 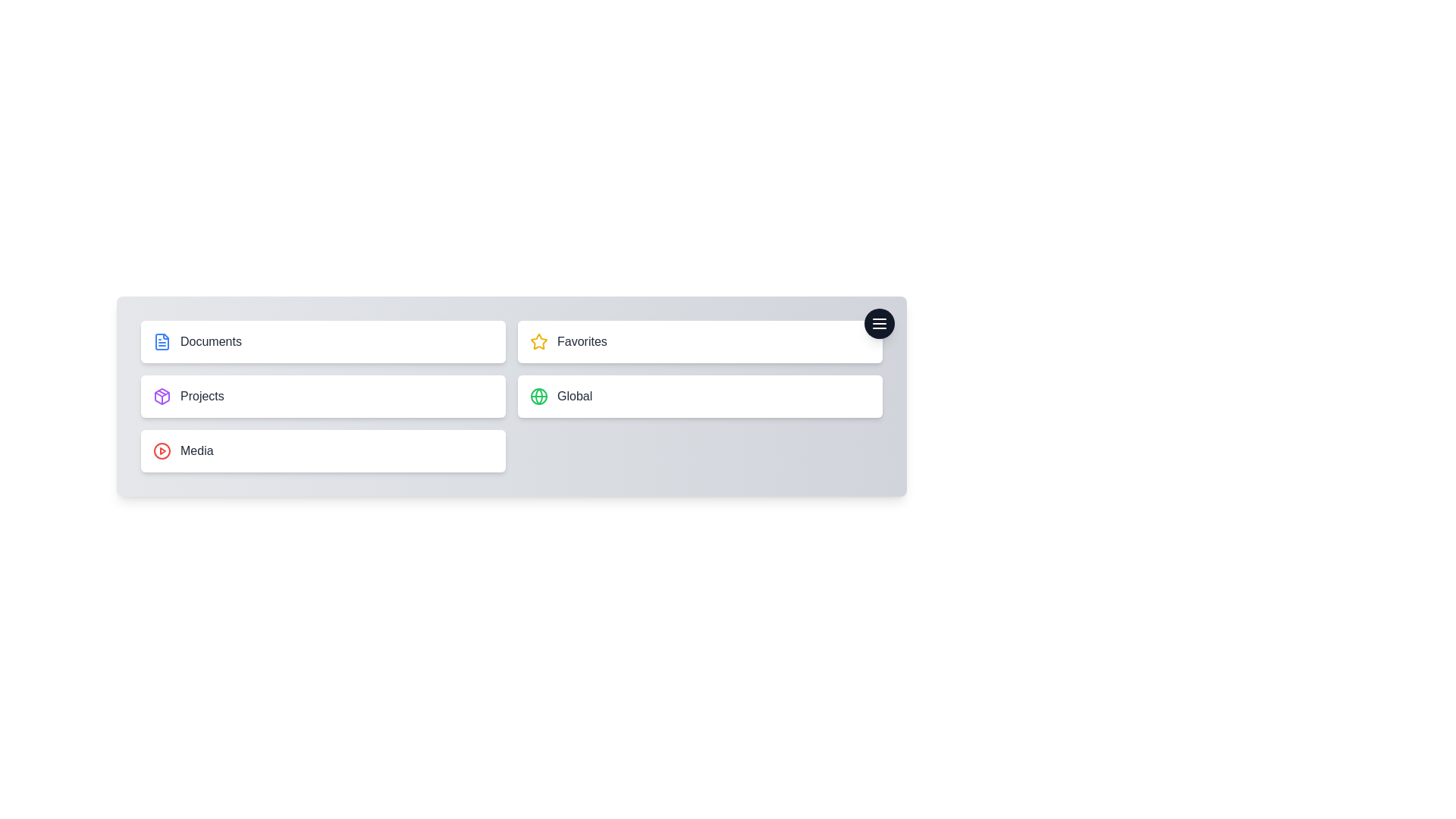 I want to click on the menu item labeled Favorites, so click(x=699, y=342).